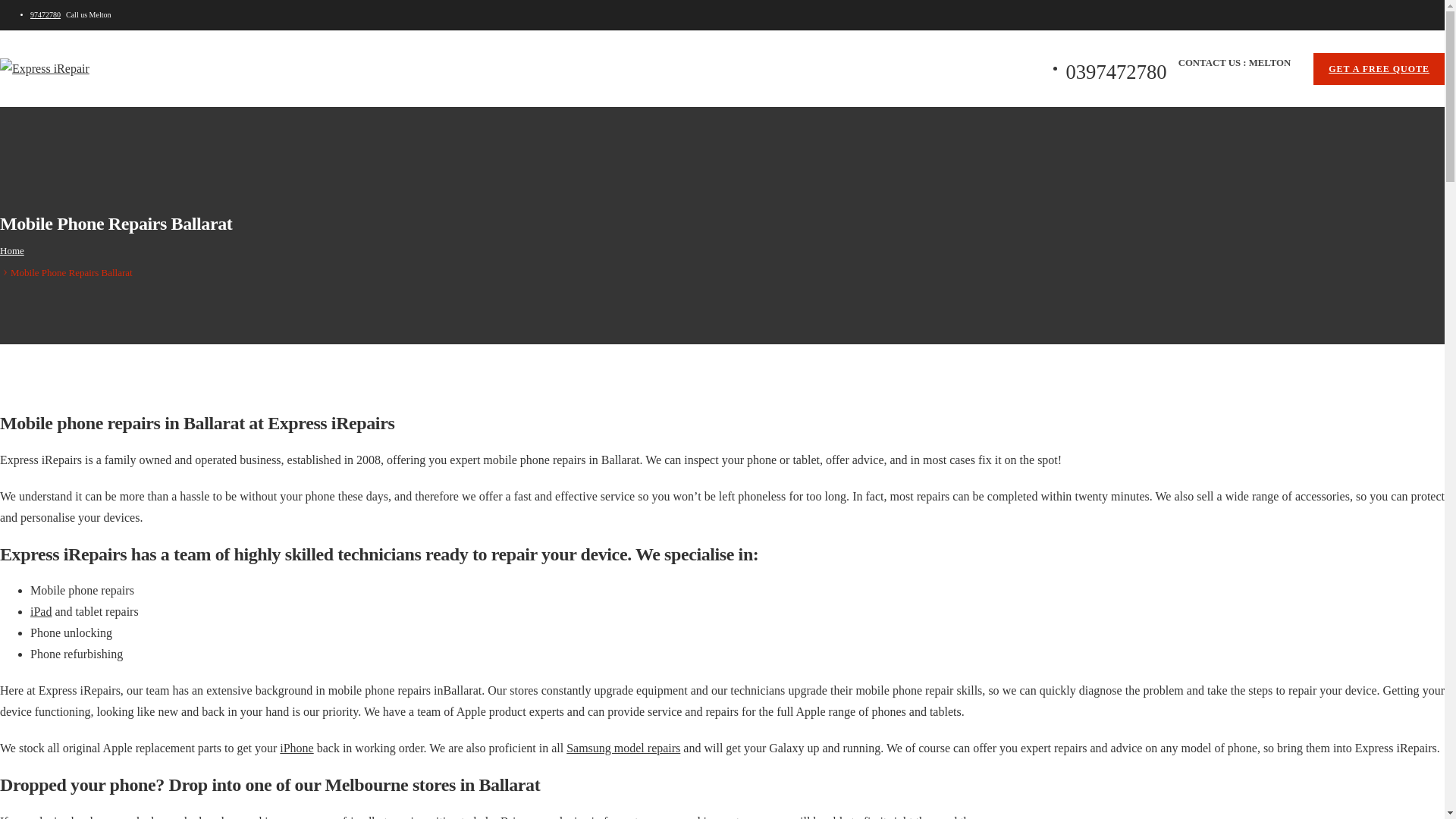 The width and height of the screenshot is (1456, 819). What do you see at coordinates (44, 69) in the screenshot?
I see `'Express iRepair'` at bounding box center [44, 69].